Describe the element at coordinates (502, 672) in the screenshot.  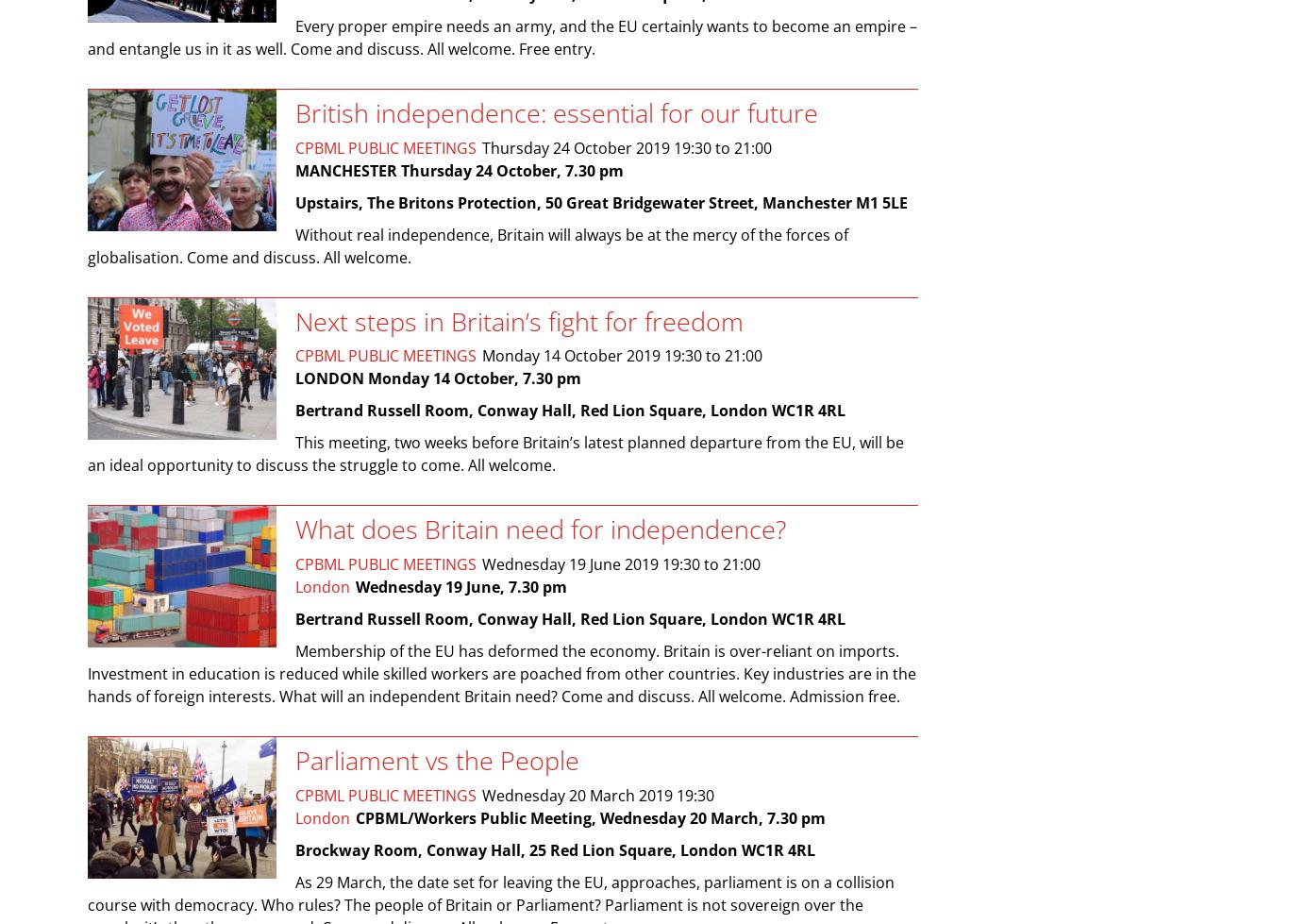
I see `'Membership of the EU has deformed the economy. Britain is over-reliant on imports. Investment in education is reduced while skilled workers are poached from other countries. Key industries are in the hands of foreign interests. What will an independent Britain need? ​​​​​​Come and discuss. All welcome. Admission free.'` at that location.